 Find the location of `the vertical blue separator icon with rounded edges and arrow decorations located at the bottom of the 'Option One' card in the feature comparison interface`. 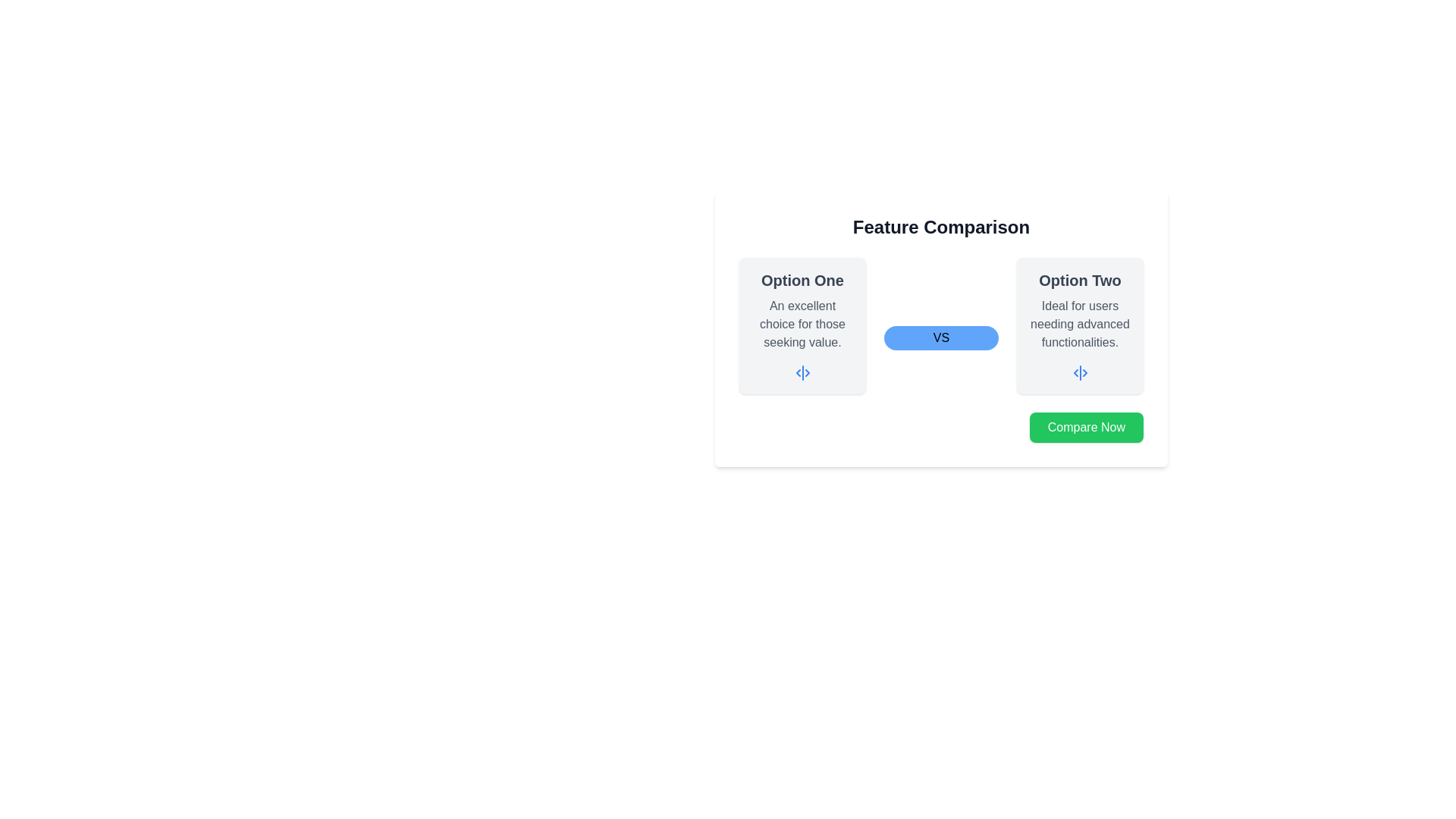

the vertical blue separator icon with rounded edges and arrow decorations located at the bottom of the 'Option One' card in the feature comparison interface is located at coordinates (802, 373).